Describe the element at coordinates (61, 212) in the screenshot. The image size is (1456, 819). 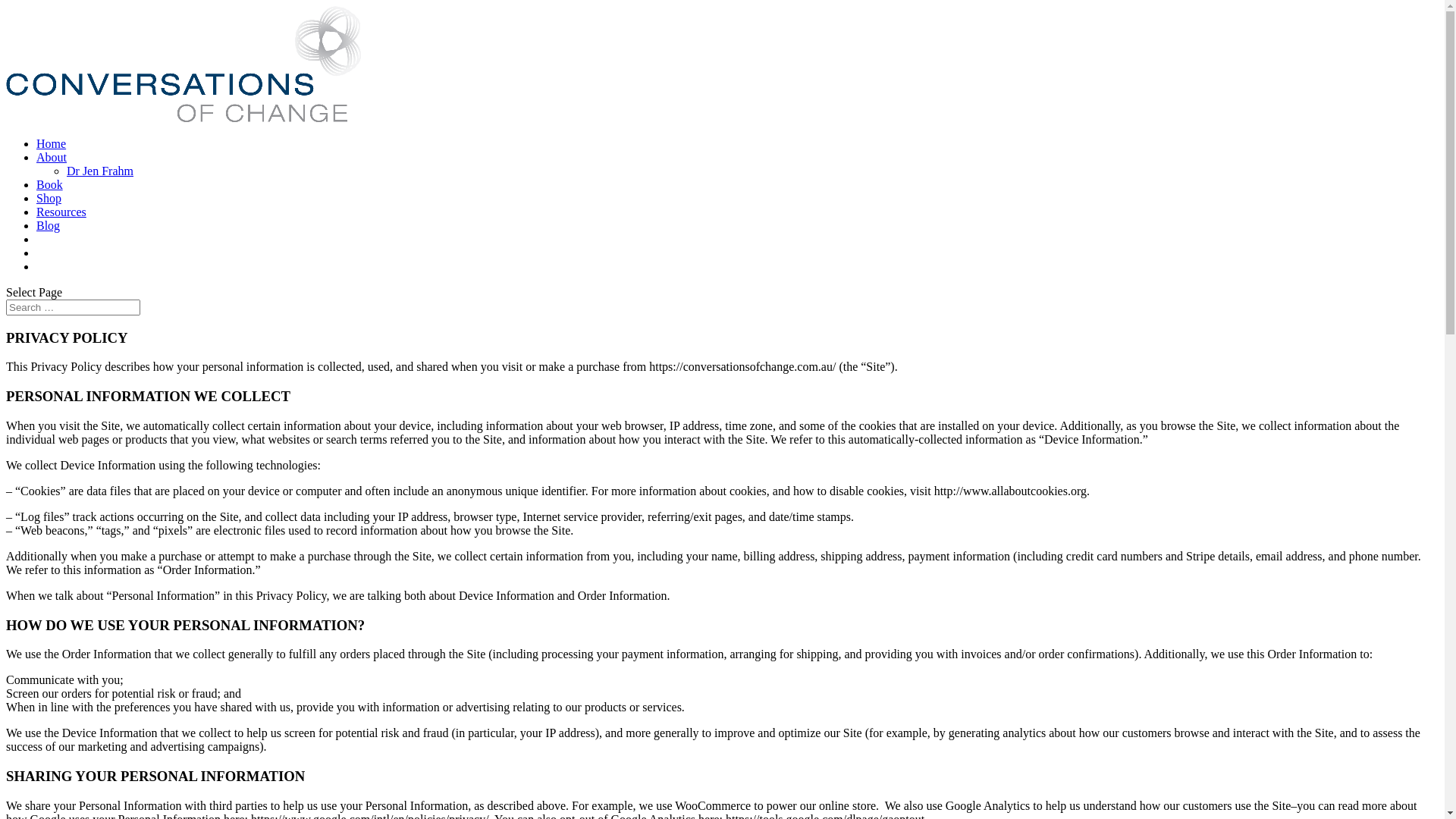
I see `'Resources'` at that location.